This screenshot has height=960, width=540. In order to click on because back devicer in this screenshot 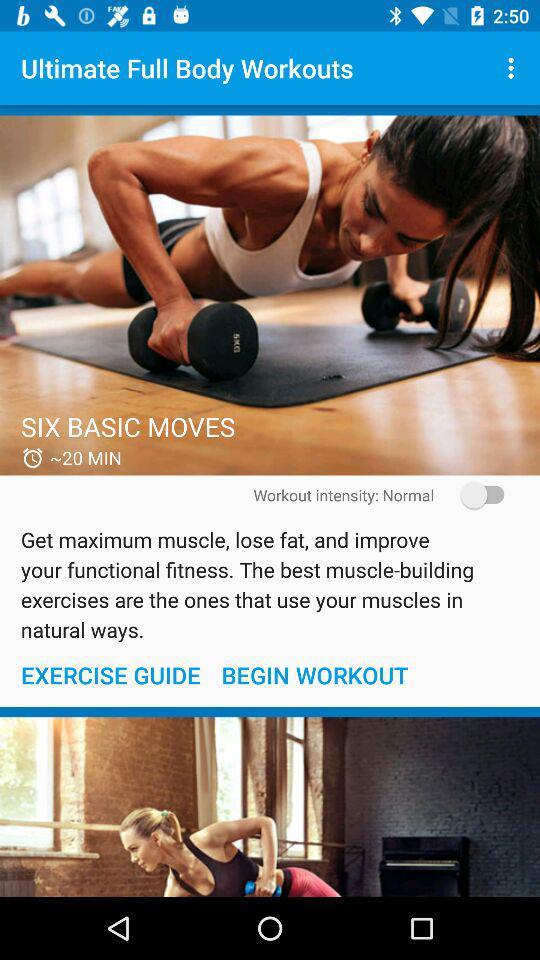, I will do `click(270, 294)`.